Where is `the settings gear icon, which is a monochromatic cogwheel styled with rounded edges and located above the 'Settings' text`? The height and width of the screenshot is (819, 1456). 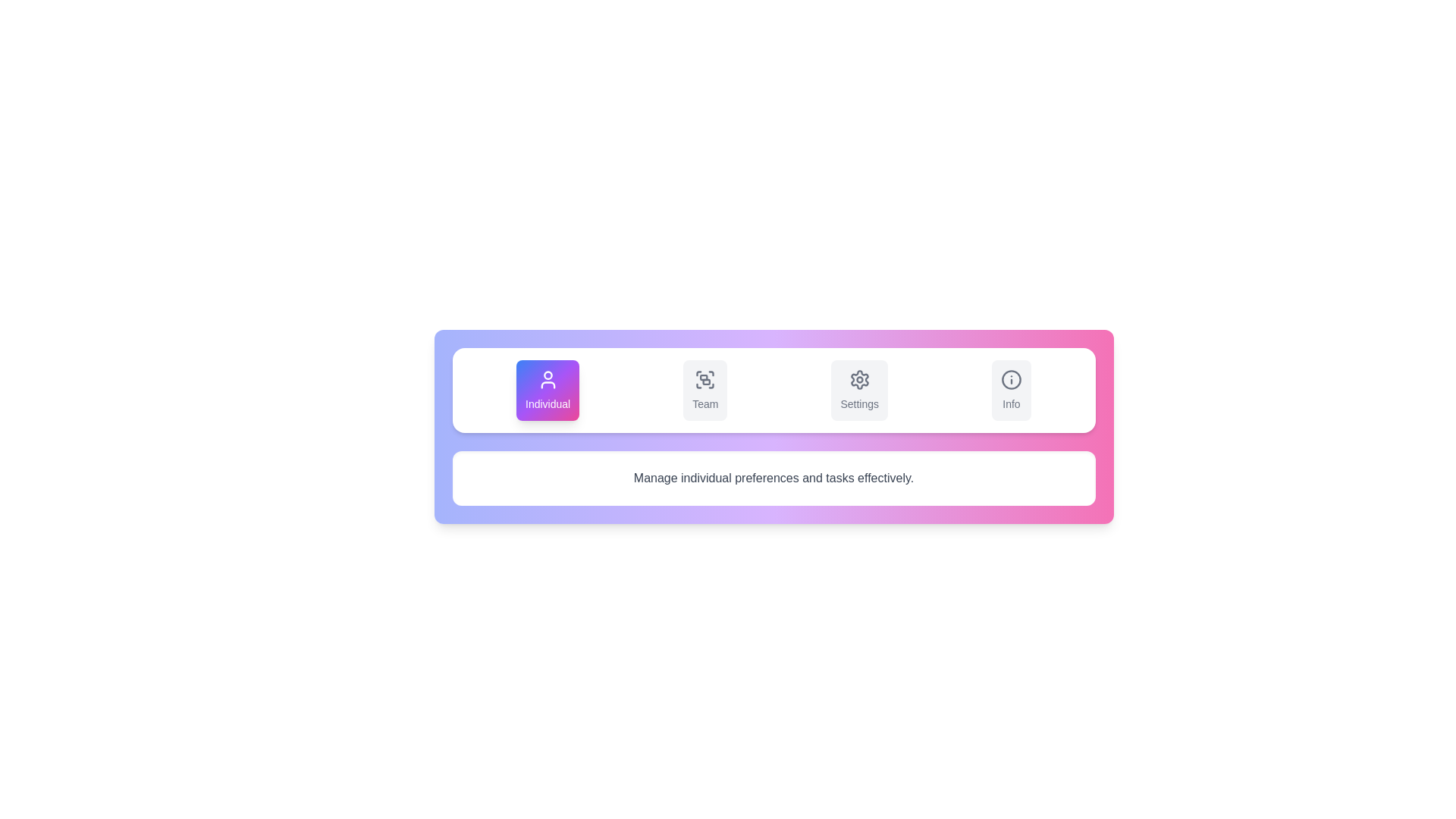
the settings gear icon, which is a monochromatic cogwheel styled with rounded edges and located above the 'Settings' text is located at coordinates (859, 379).